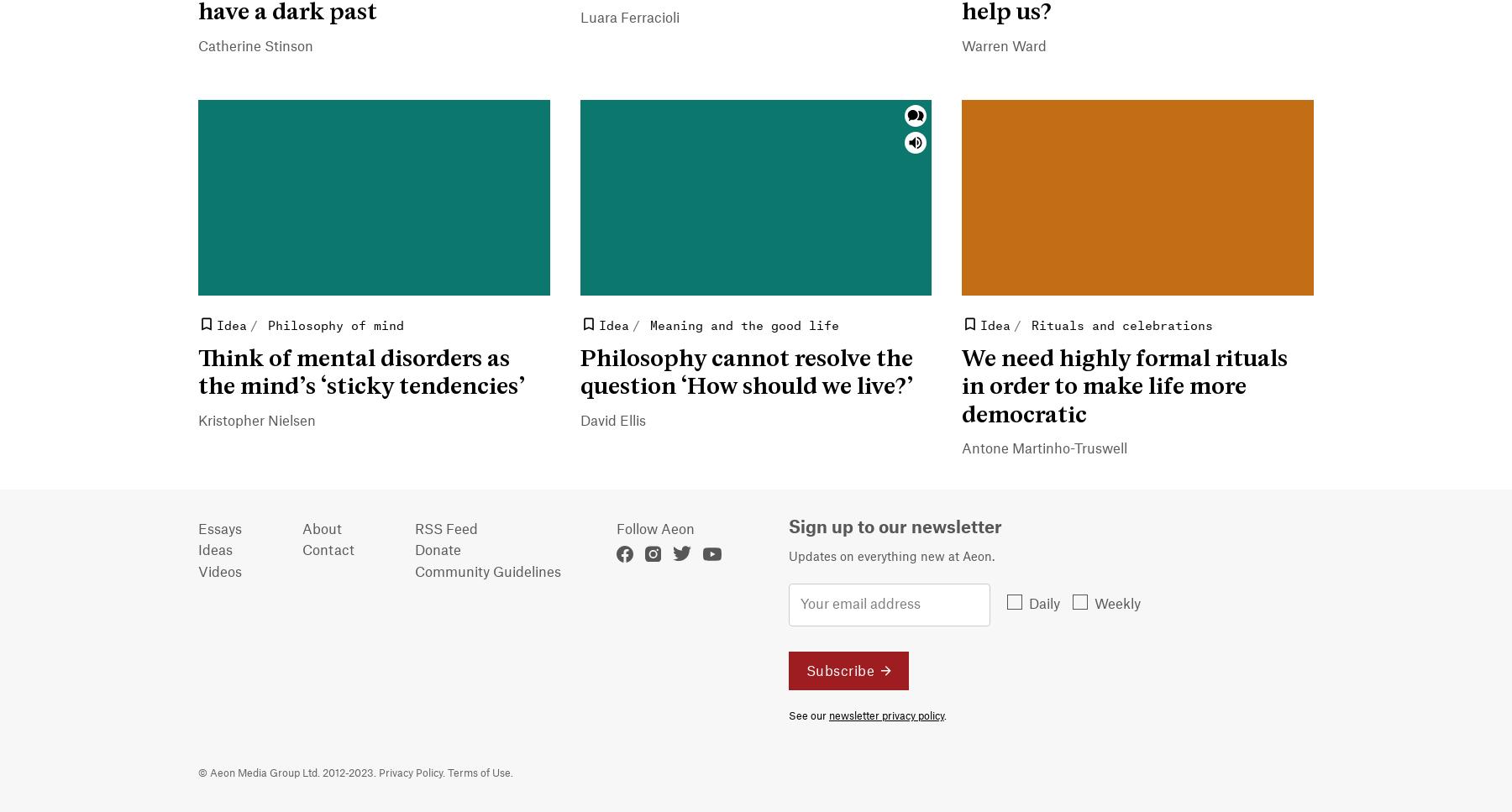  What do you see at coordinates (437, 550) in the screenshot?
I see `'Donate'` at bounding box center [437, 550].